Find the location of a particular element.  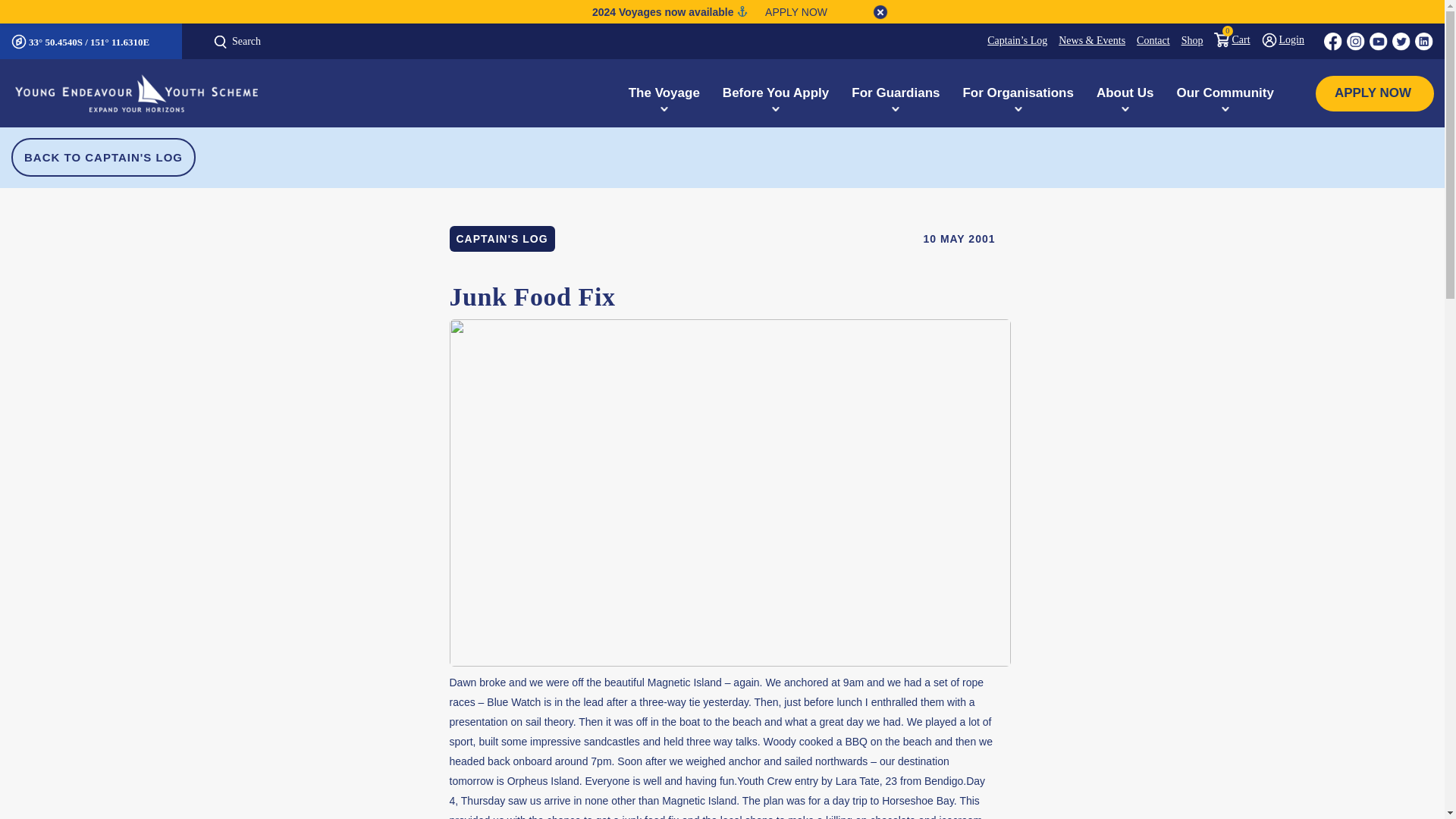

'Login' is located at coordinates (1250, 38).